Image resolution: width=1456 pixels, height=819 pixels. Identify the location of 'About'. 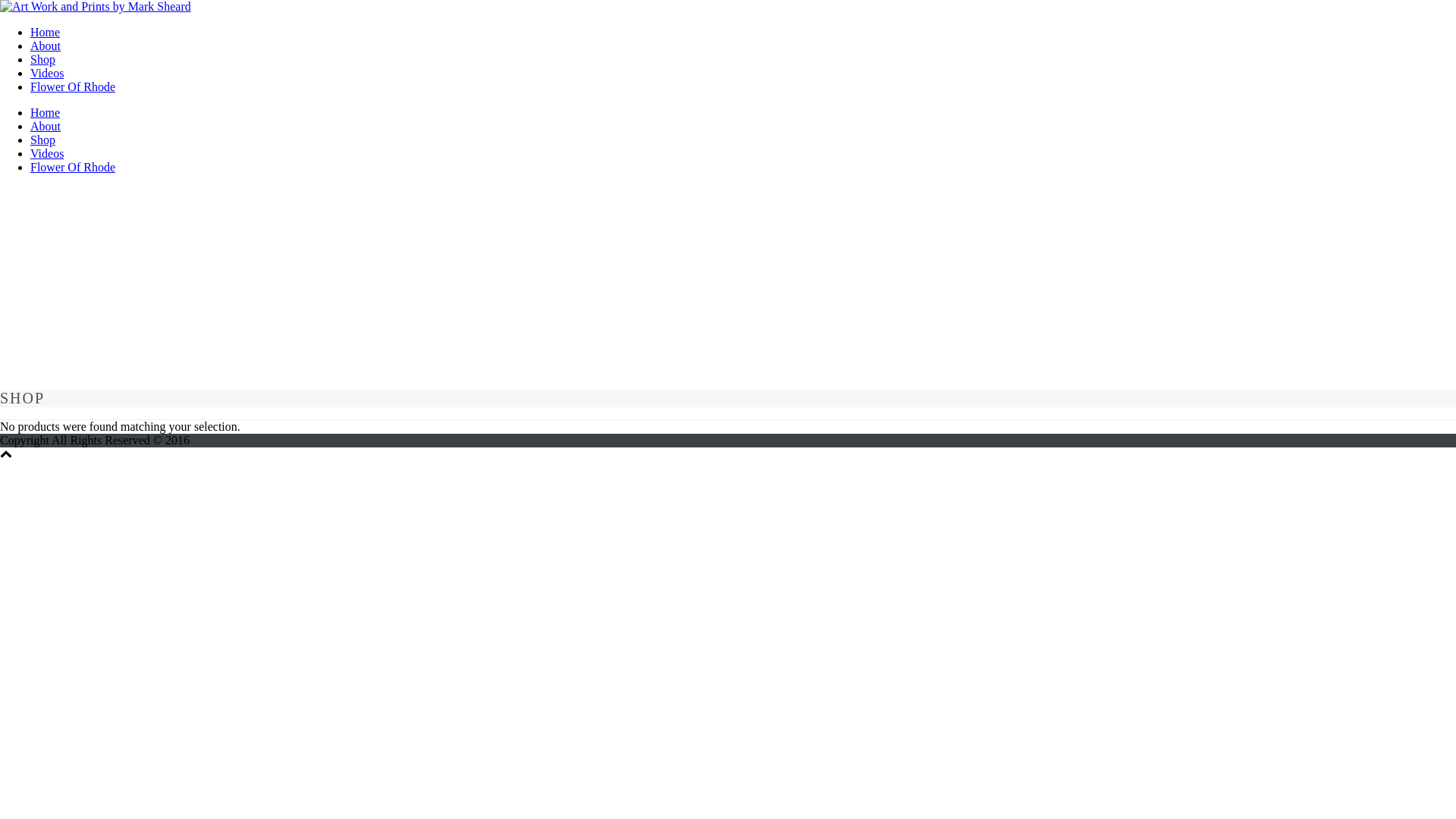
(45, 45).